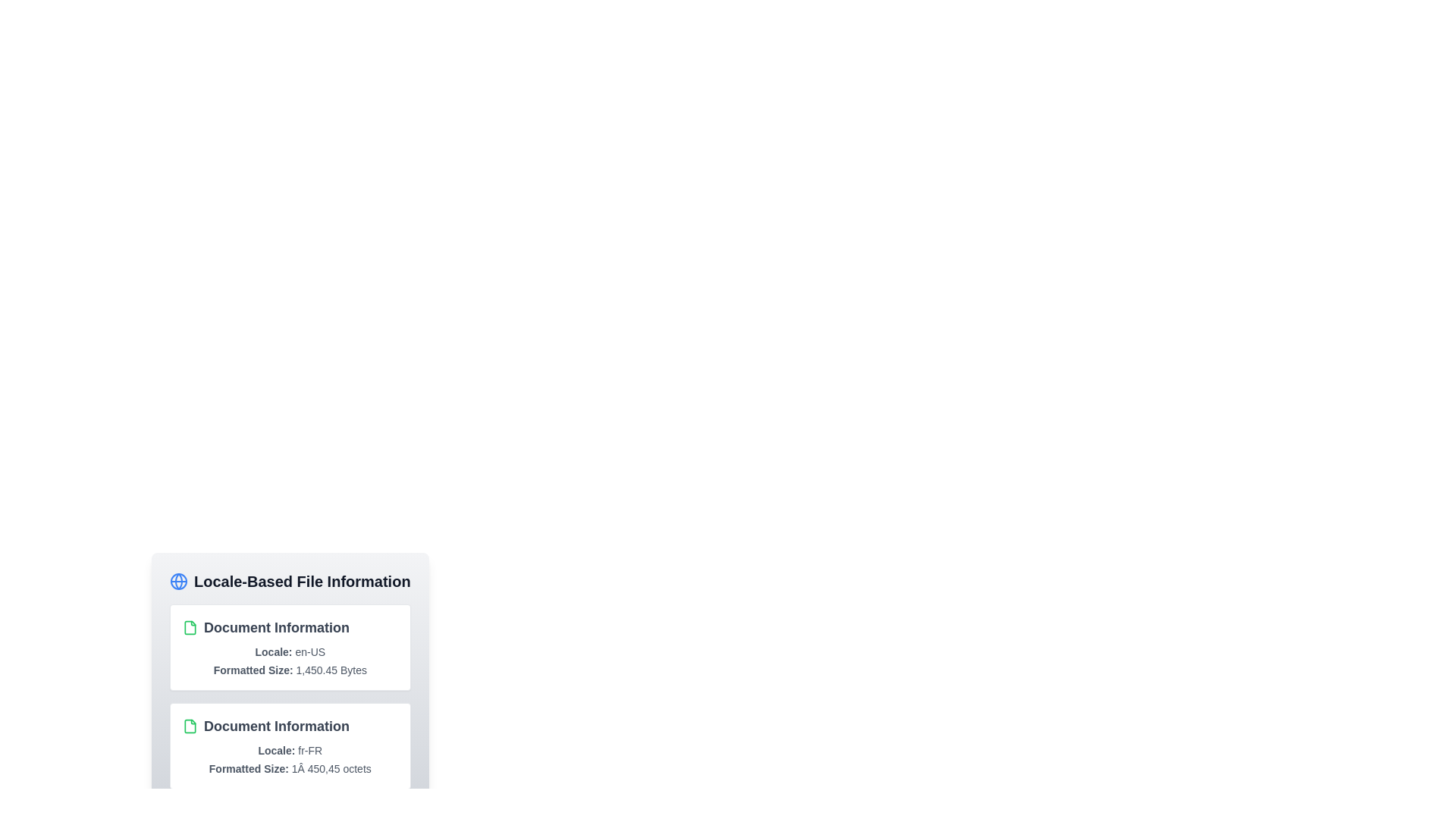  I want to click on the Static Text displaying formatted file size information located within the 'Document Information' section, positioned below 'Locale: en-US' and above subsequent content, so click(290, 669).